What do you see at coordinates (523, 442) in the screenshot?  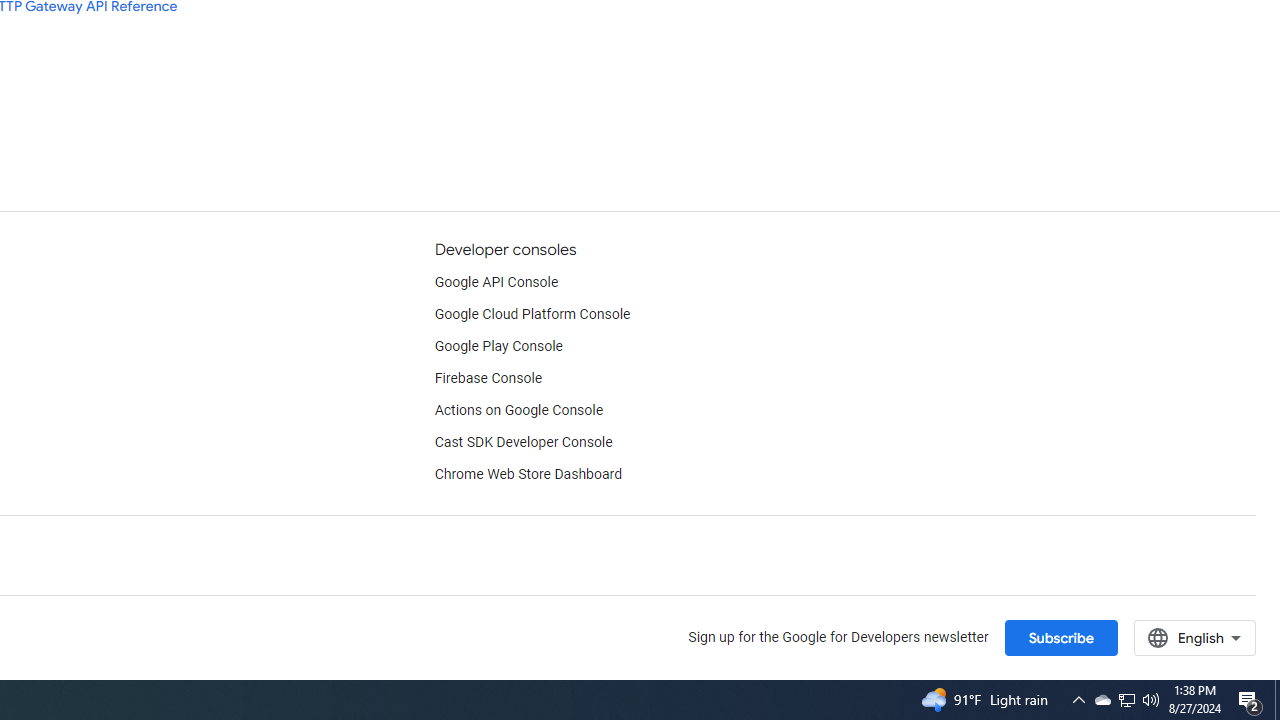 I see `'Cast SDK Developer Console'` at bounding box center [523, 442].